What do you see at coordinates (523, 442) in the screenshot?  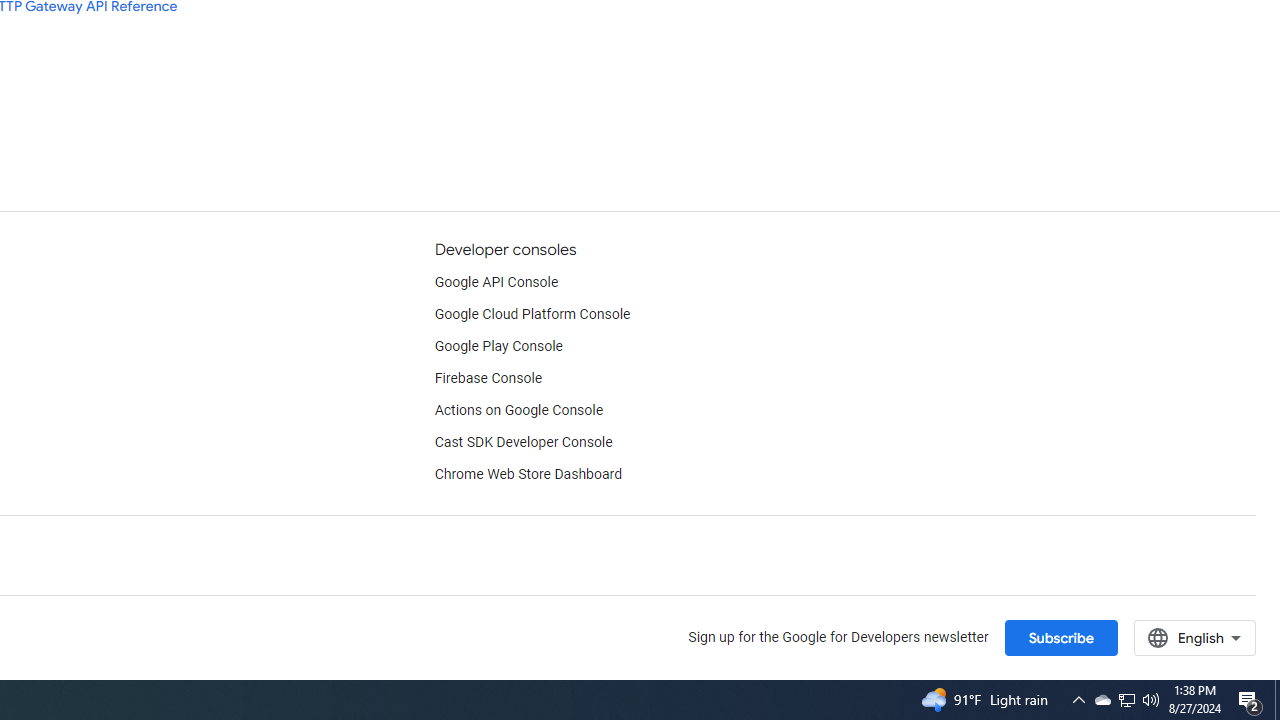 I see `'Cast SDK Developer Console'` at bounding box center [523, 442].